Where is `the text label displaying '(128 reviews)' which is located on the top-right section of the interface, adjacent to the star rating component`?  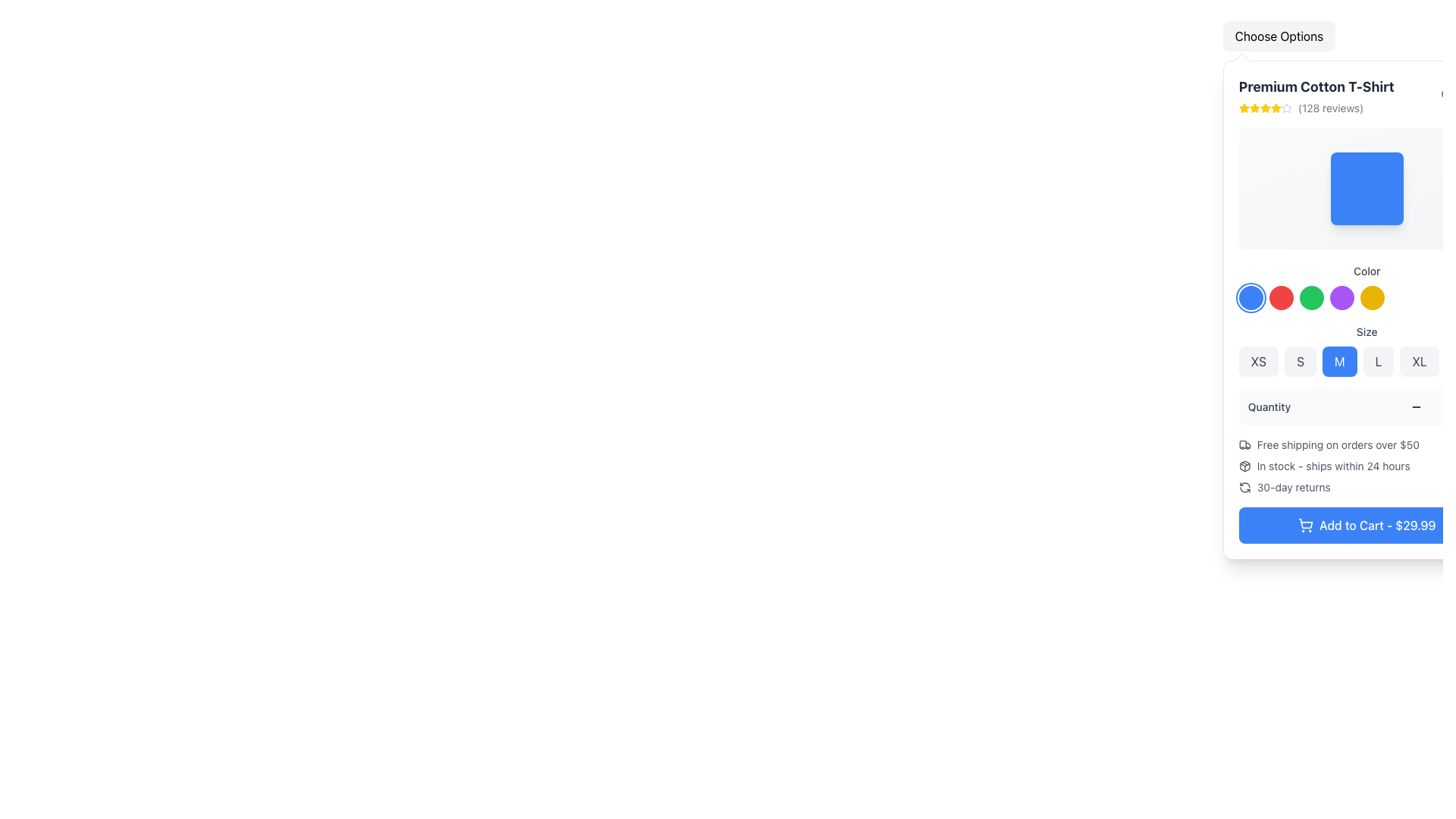 the text label displaying '(128 reviews)' which is located on the top-right section of the interface, adjacent to the star rating component is located at coordinates (1330, 107).